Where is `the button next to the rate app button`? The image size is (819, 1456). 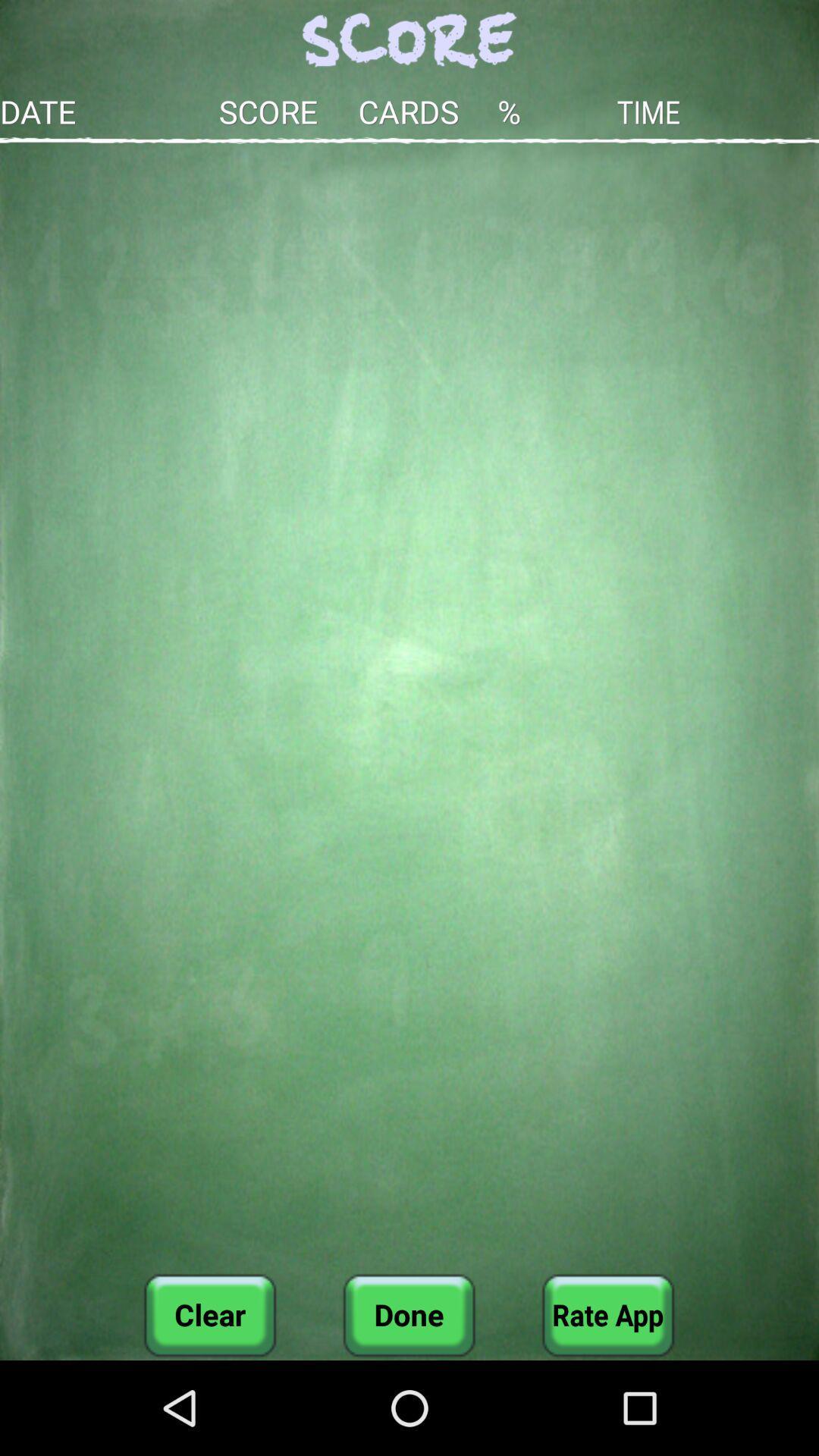
the button next to the rate app button is located at coordinates (408, 1314).